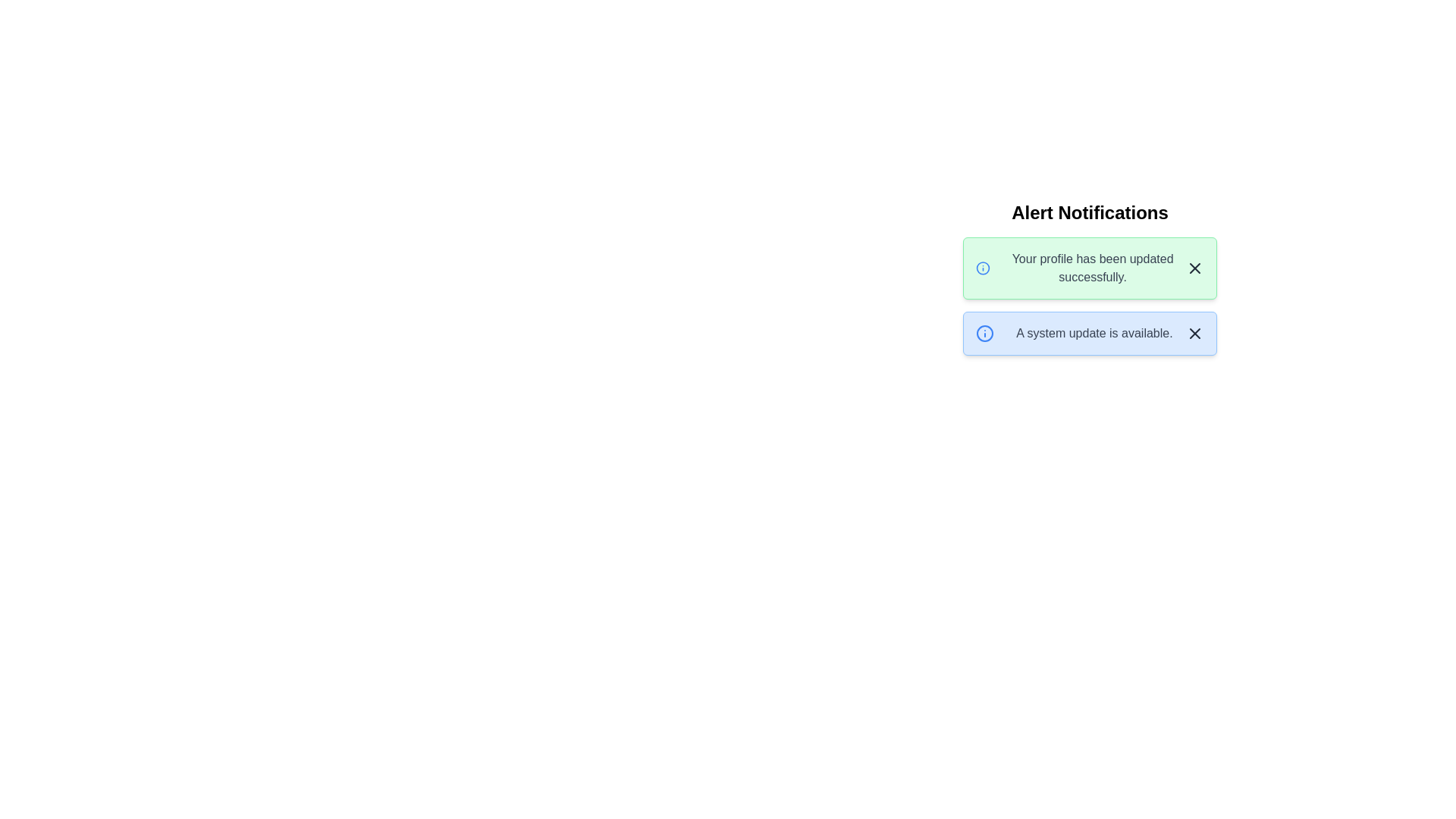 Image resolution: width=1456 pixels, height=819 pixels. I want to click on text displayed in the gray text block that states 'Your profile has been updated successfully.' within the green notification component, so click(1093, 268).